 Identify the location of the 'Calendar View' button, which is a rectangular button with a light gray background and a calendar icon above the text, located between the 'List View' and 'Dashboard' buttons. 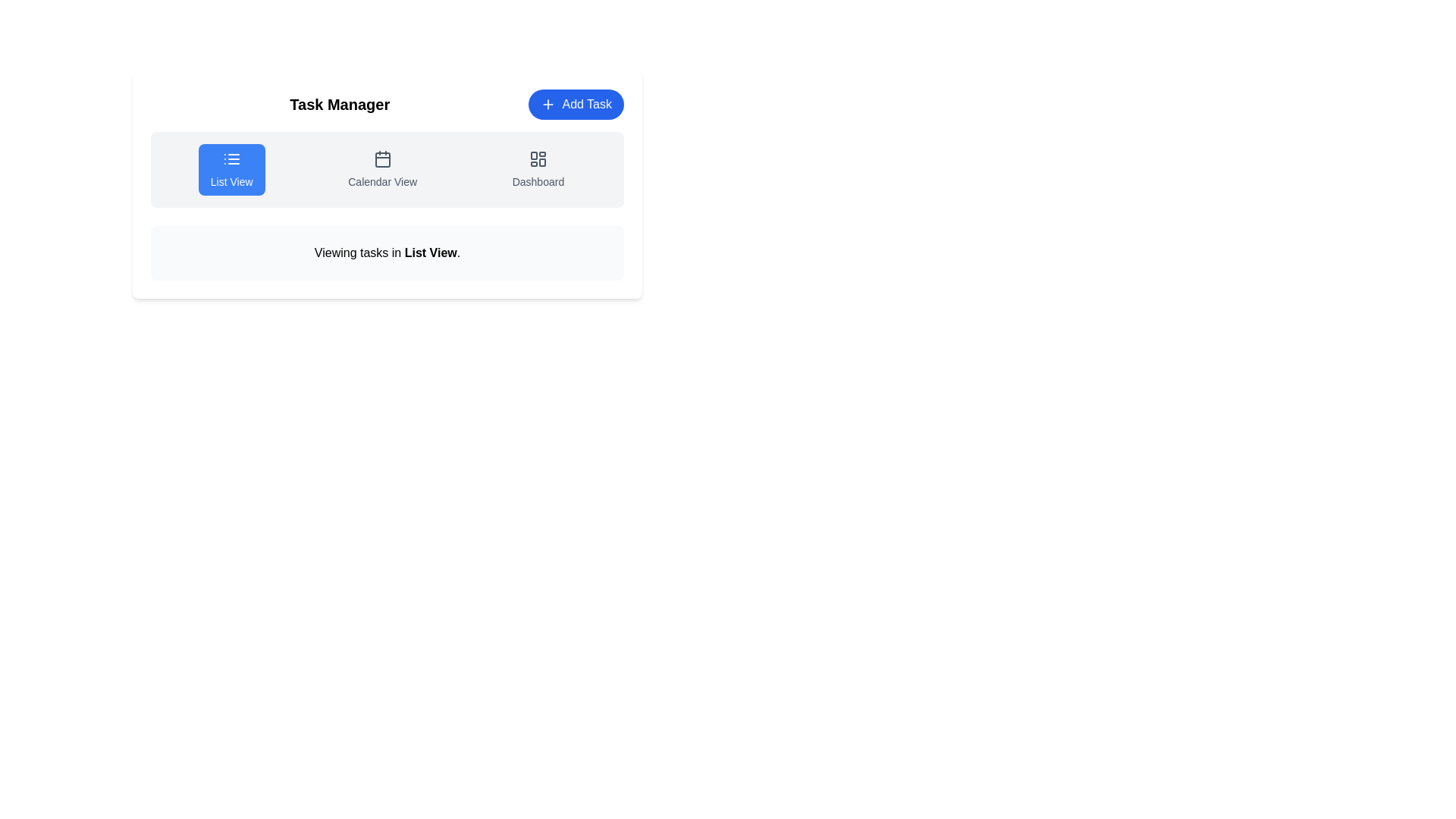
(382, 169).